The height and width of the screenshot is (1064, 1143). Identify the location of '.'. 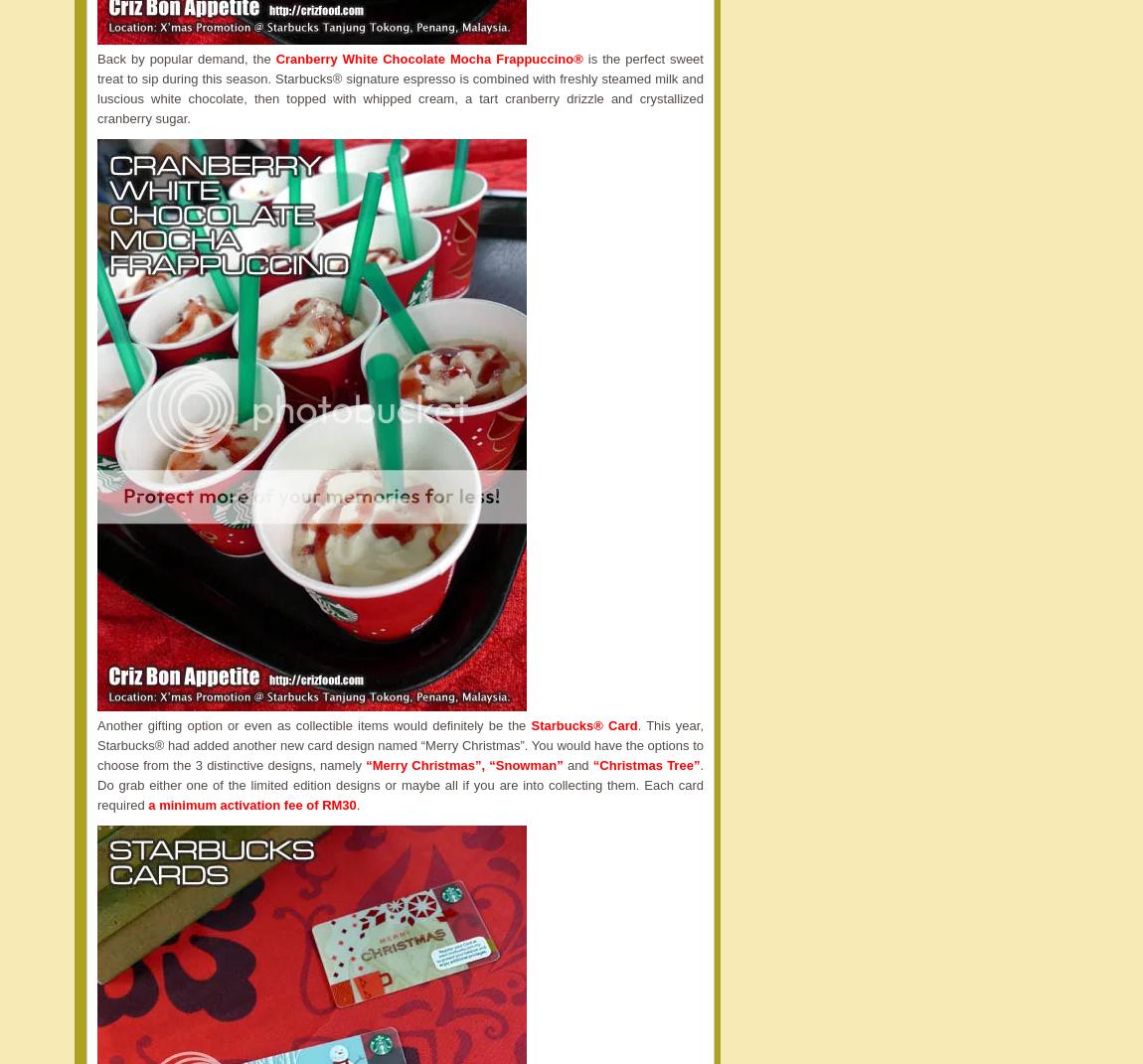
(357, 804).